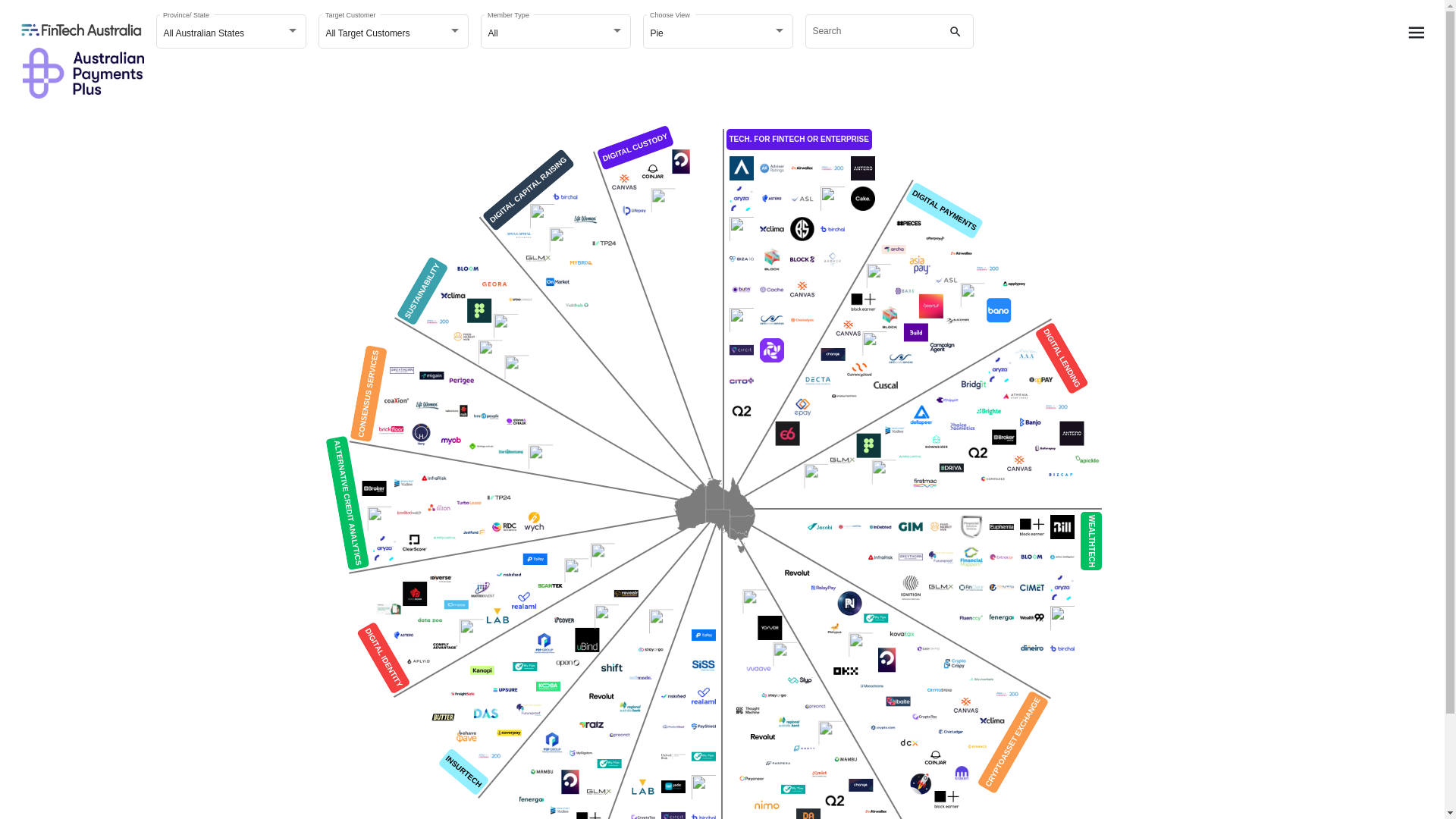 This screenshot has width=1456, height=819. What do you see at coordinates (771, 168) in the screenshot?
I see `'Adviser Ratings Pty Ltd'` at bounding box center [771, 168].